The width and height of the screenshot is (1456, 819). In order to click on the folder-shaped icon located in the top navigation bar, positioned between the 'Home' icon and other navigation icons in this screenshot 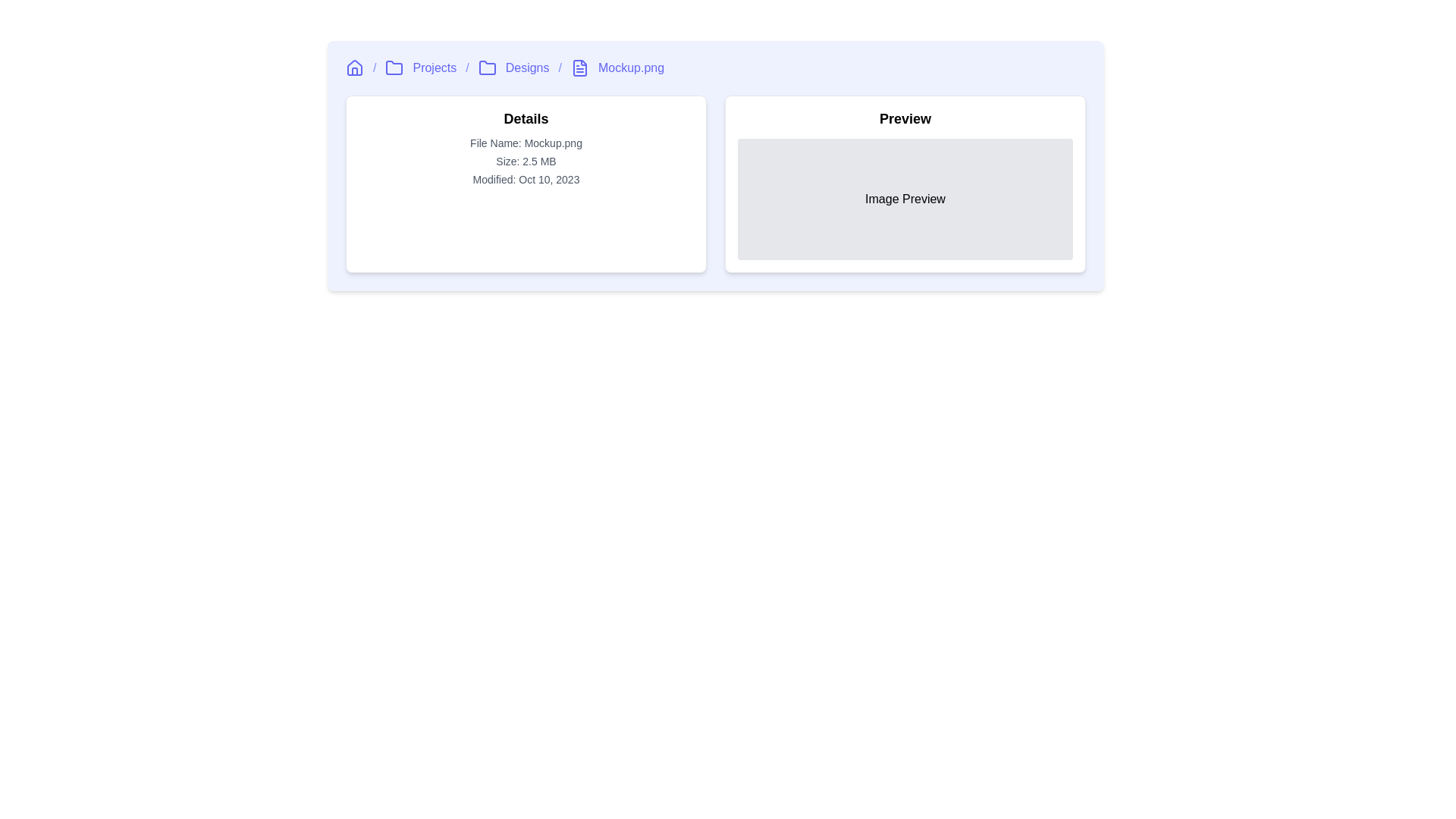, I will do `click(487, 67)`.